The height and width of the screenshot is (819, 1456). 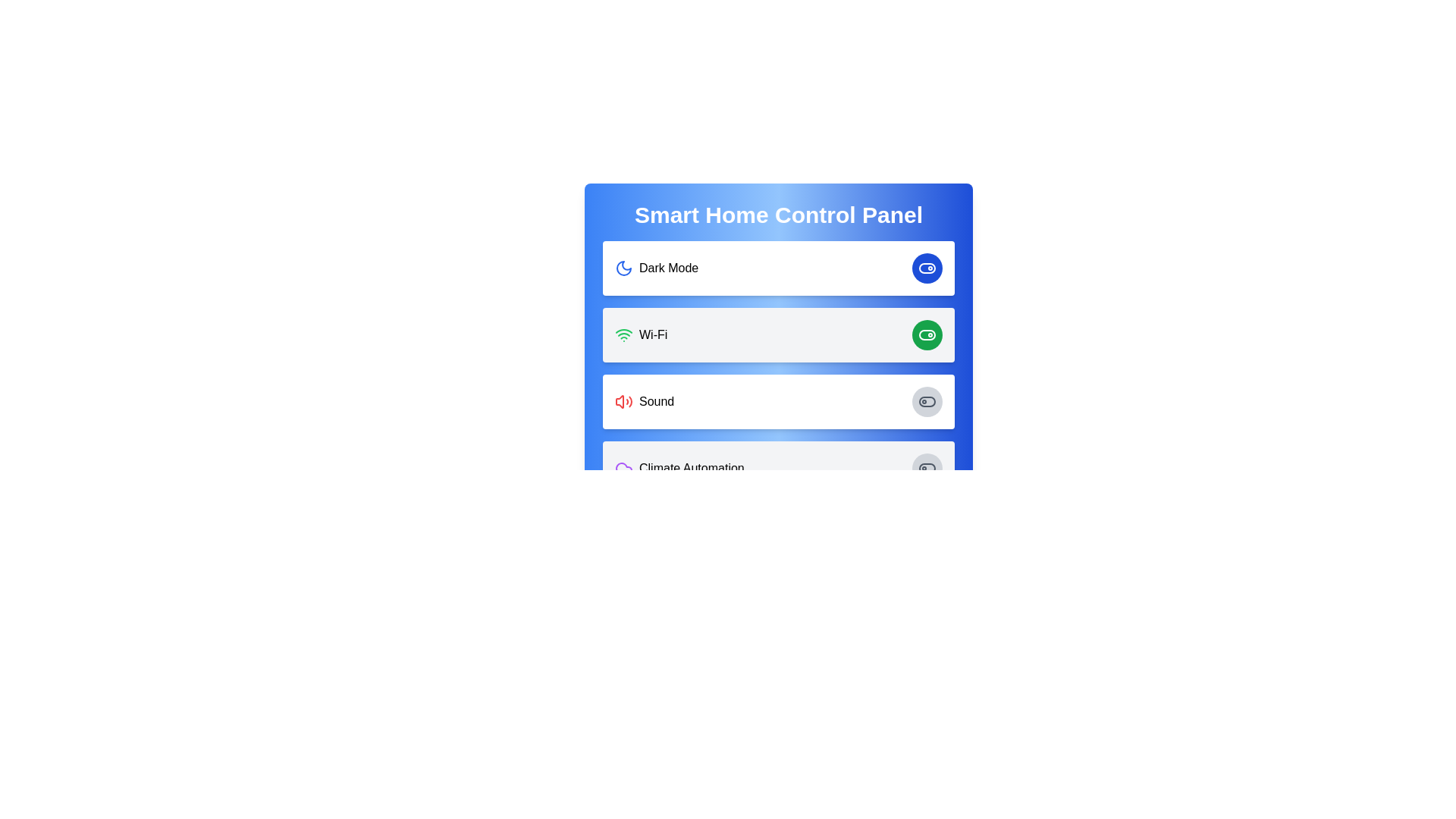 I want to click on sound control icon located under the 'Sound' label, positioned to the left of the 'Sound' text, in the middle-right region of the interface, so click(x=623, y=400).